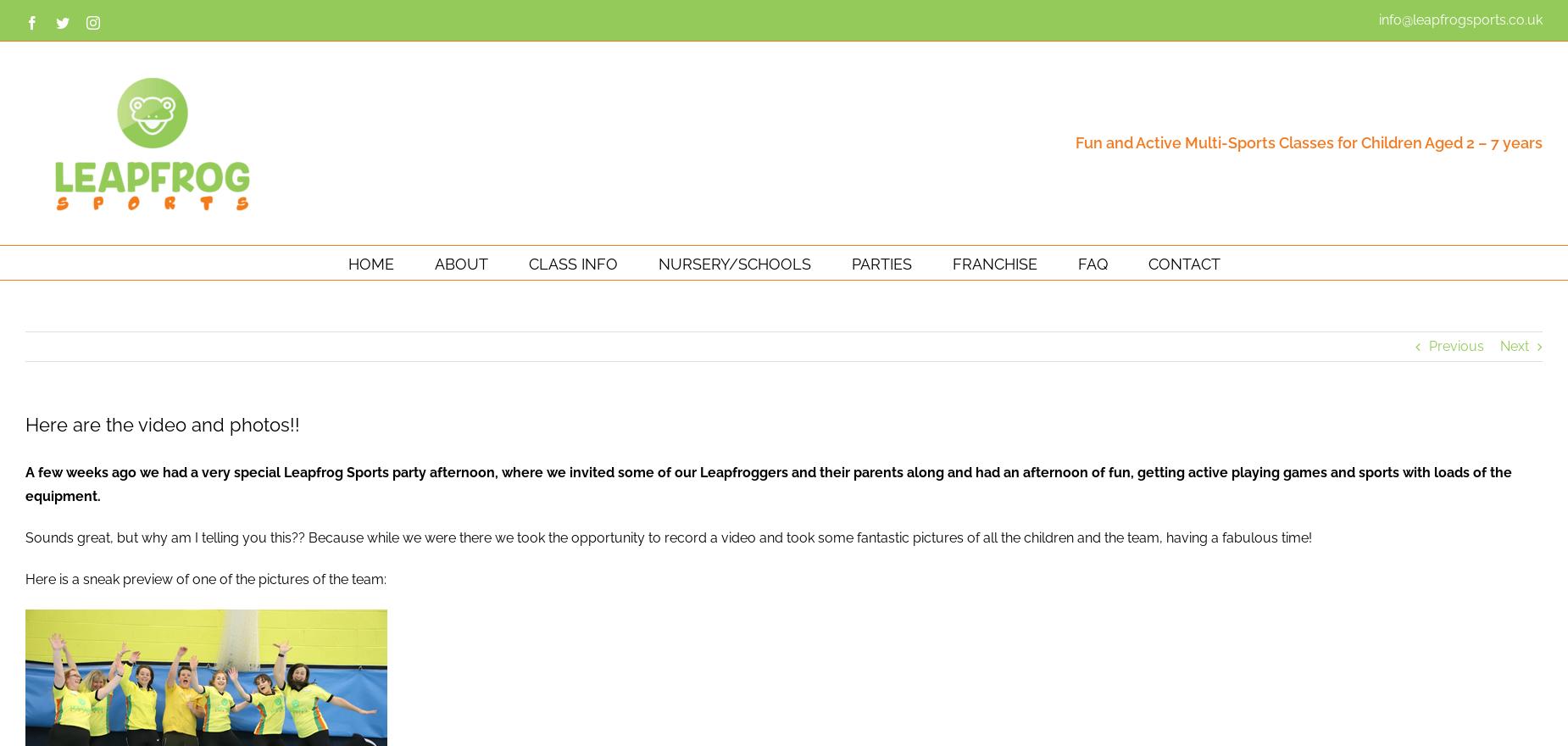 The height and width of the screenshot is (746, 1568). Describe the element at coordinates (1460, 19) in the screenshot. I see `'info@leapfrogsports.co.uk'` at that location.